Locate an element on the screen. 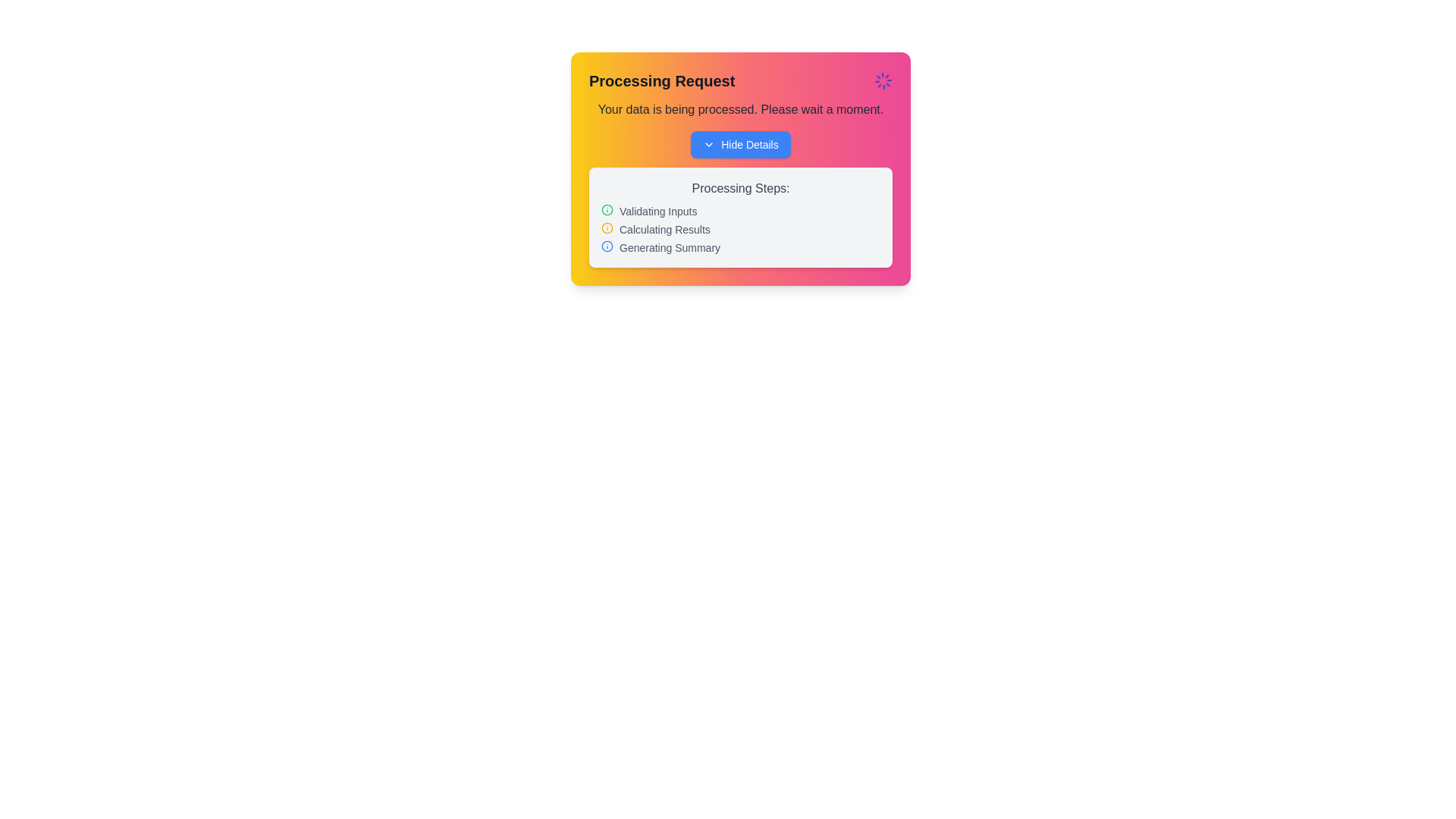  the graphical icon represented by the SVG circle located at the top-left corner of the colorful gradient box is located at coordinates (607, 210).